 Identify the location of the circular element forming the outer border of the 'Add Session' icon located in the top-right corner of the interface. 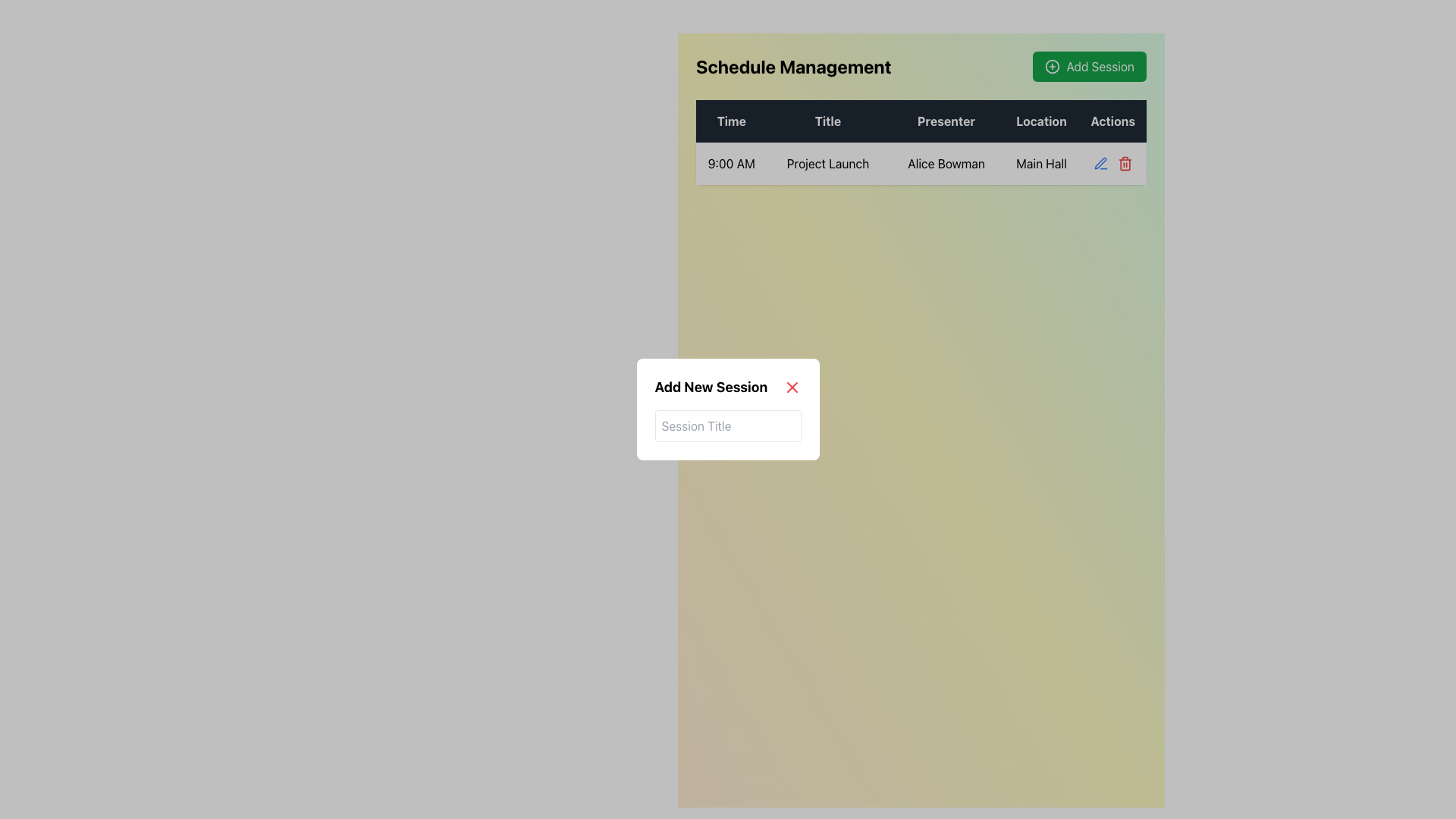
(1052, 66).